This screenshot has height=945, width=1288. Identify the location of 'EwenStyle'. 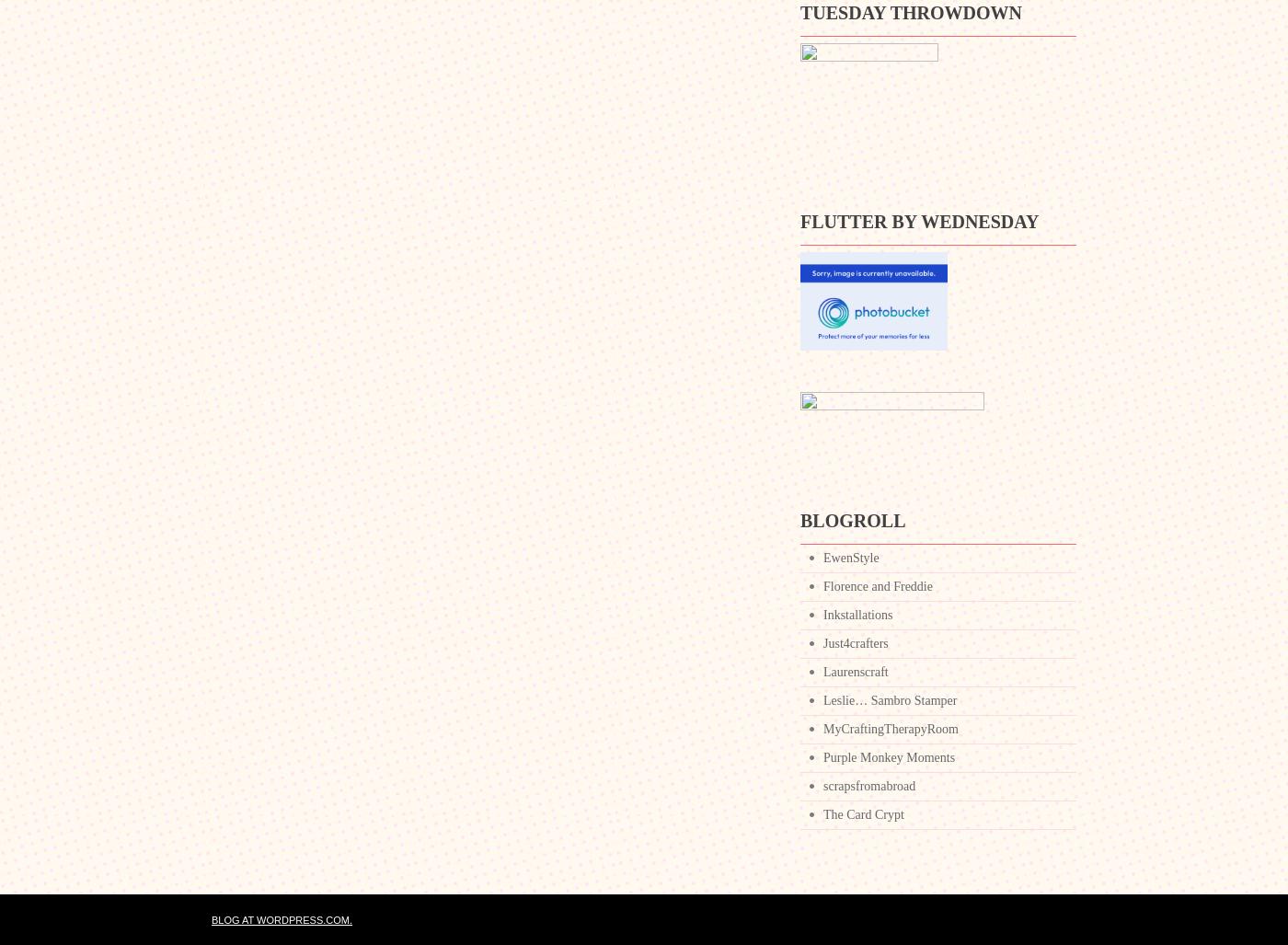
(822, 557).